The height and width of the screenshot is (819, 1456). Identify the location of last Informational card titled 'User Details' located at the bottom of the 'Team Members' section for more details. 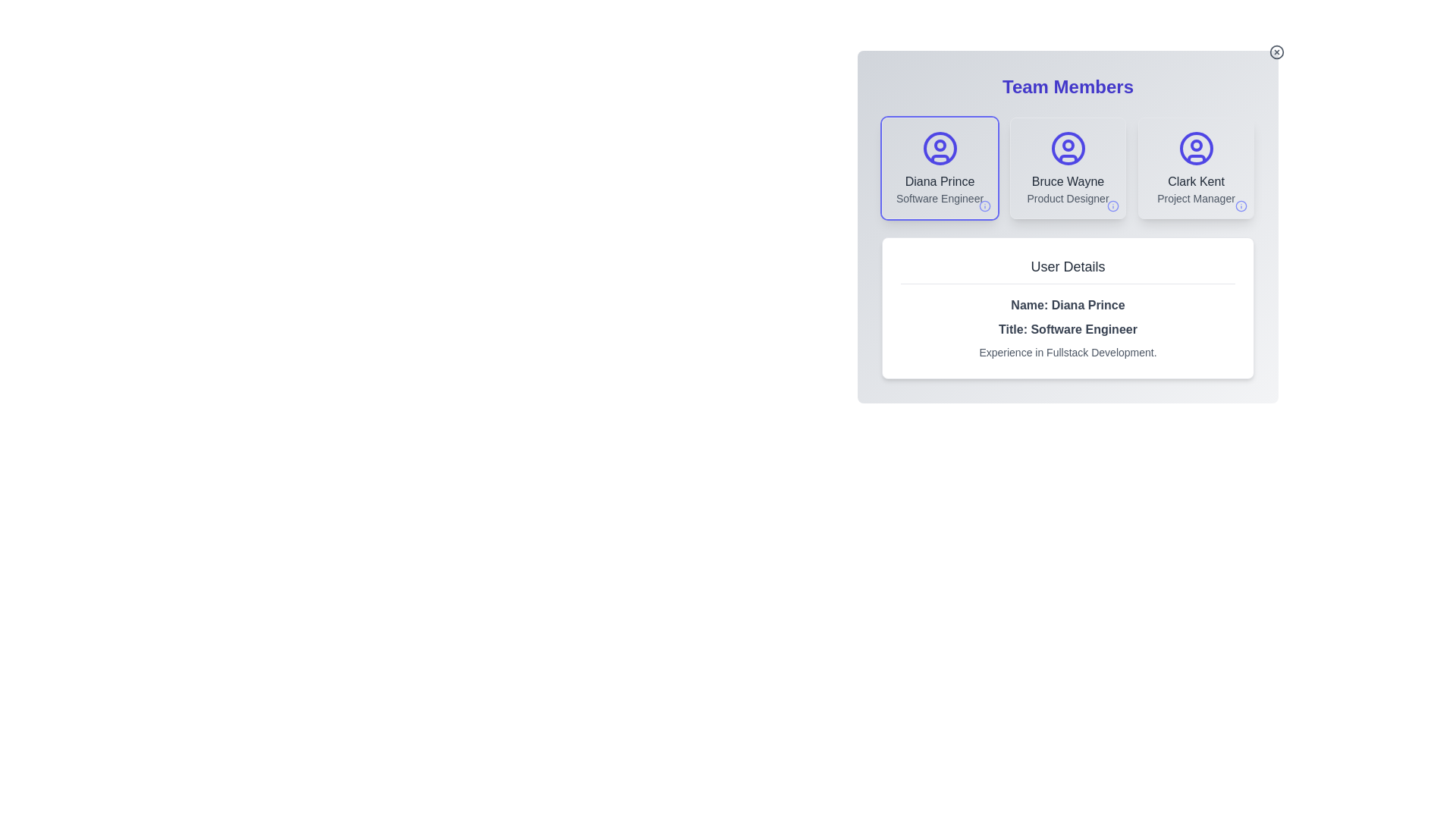
(1067, 307).